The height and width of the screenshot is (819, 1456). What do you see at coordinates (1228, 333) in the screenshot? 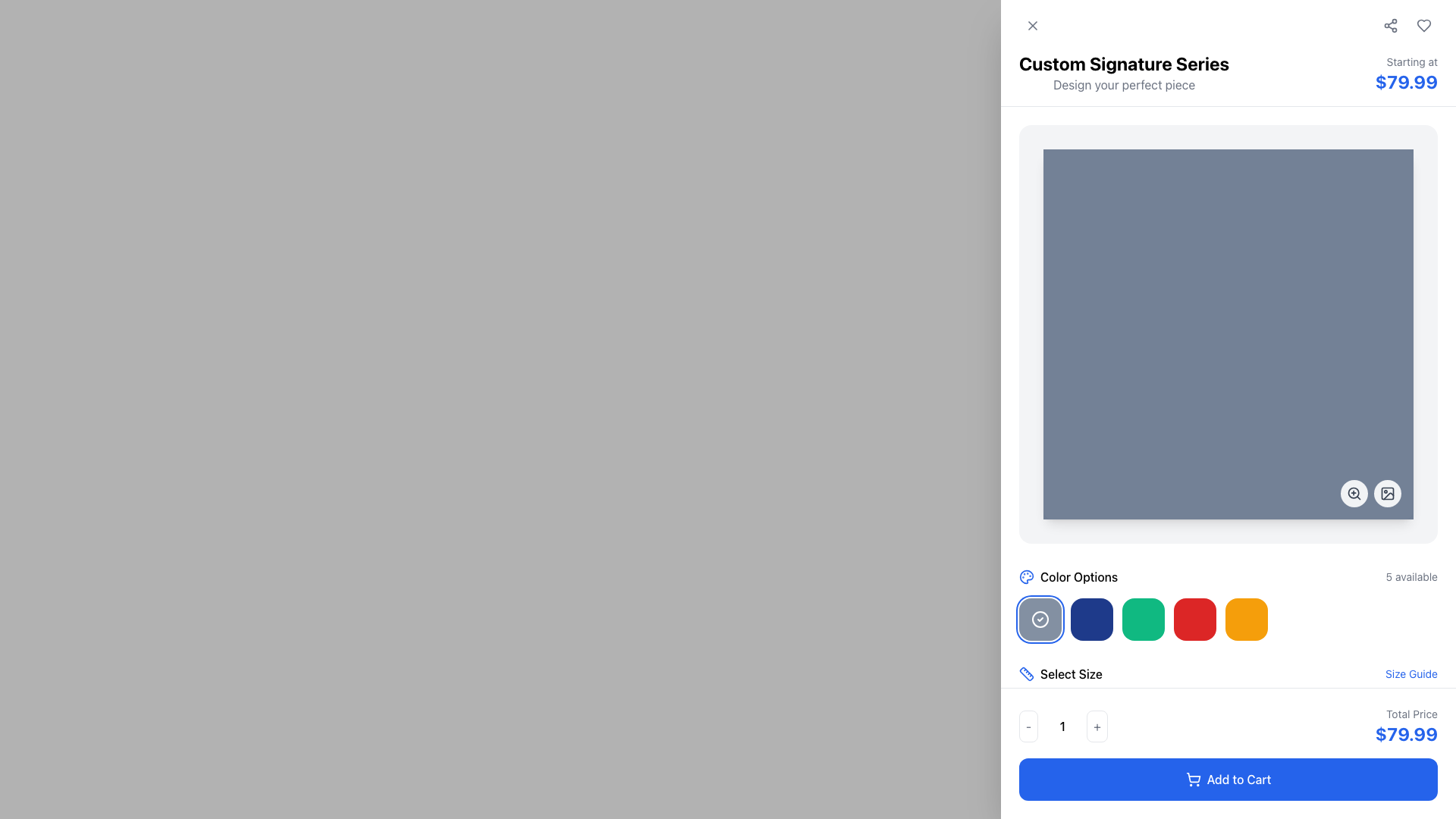
I see `the media display area which is prominently positioned in the right-hand panel above color options and sizing selectors` at bounding box center [1228, 333].